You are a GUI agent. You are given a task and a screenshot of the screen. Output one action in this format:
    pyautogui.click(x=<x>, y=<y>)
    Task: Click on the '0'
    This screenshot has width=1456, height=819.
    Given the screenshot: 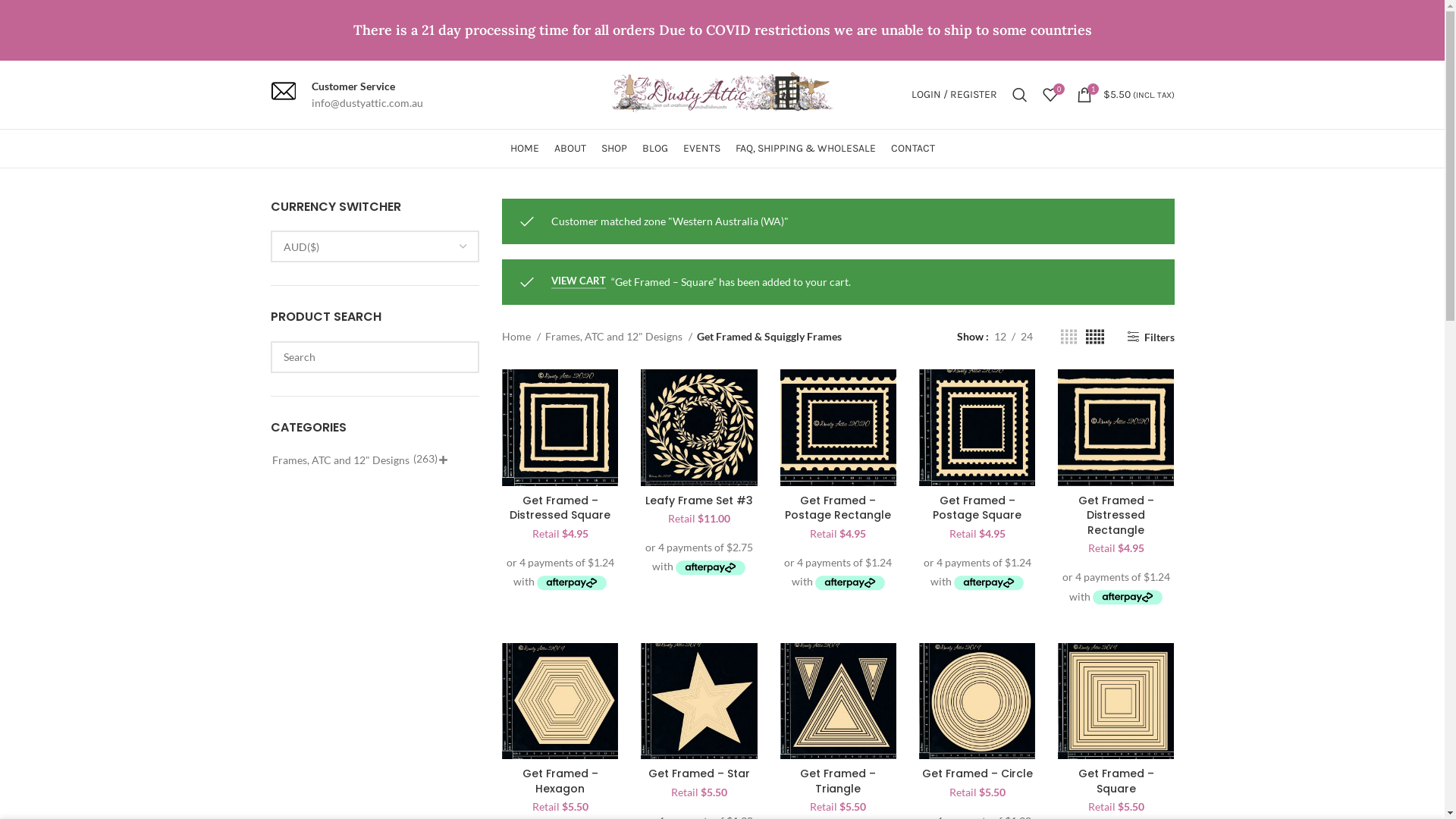 What is the action you would take?
    pyautogui.click(x=1048, y=94)
    